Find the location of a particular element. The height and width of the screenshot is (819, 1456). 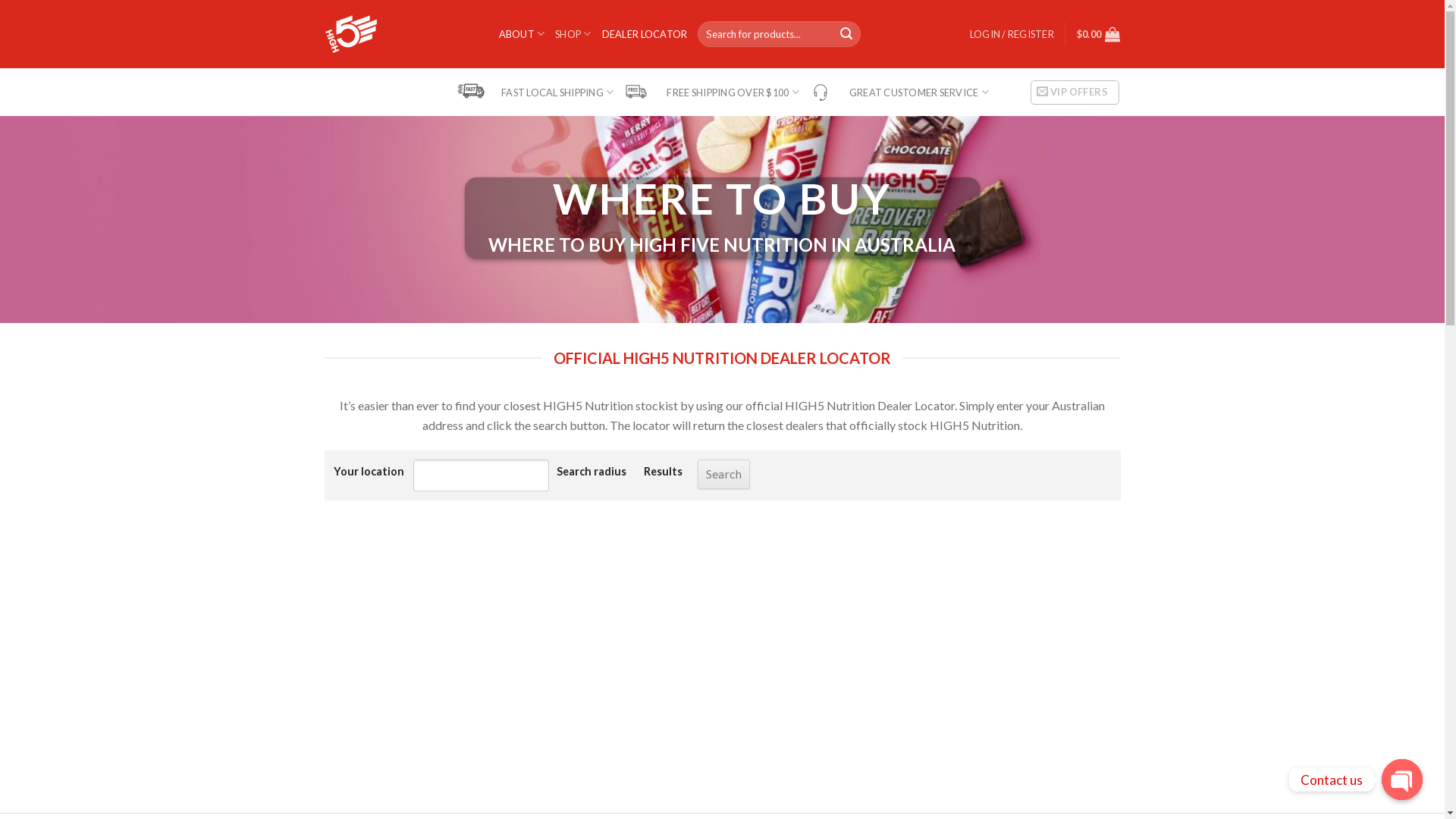

'VIP OFFERS' is located at coordinates (1074, 93).